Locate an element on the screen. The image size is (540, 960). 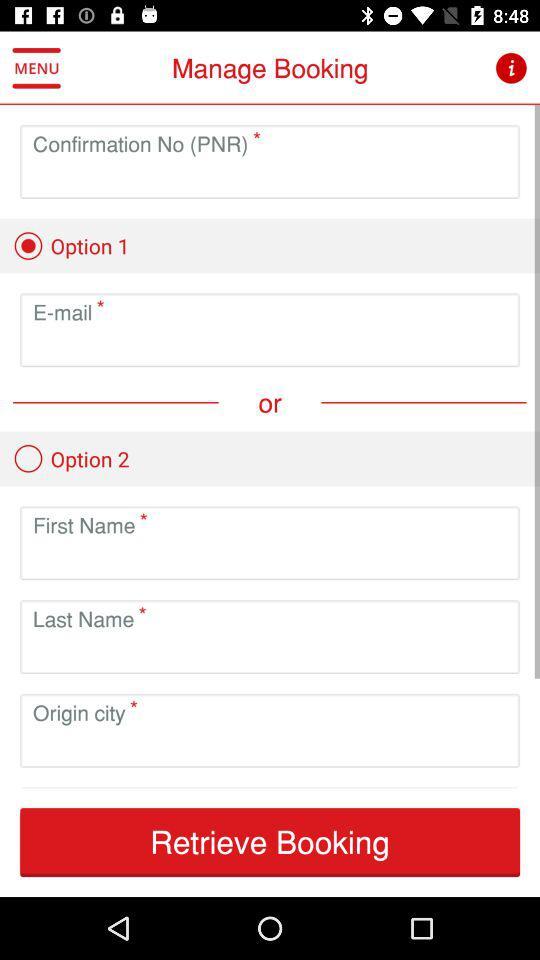
the icon at the top right corner is located at coordinates (511, 68).